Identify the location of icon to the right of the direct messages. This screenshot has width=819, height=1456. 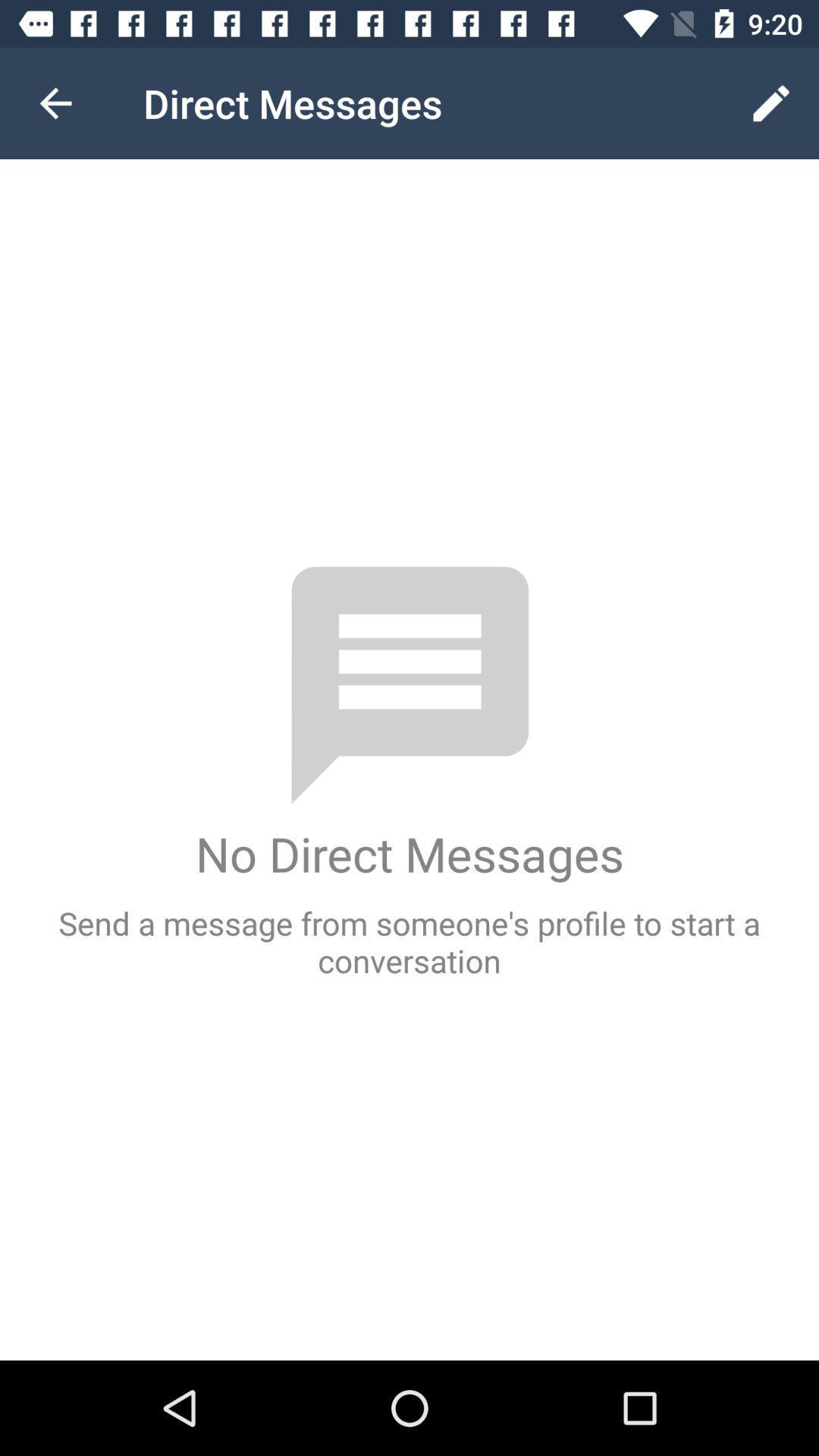
(771, 102).